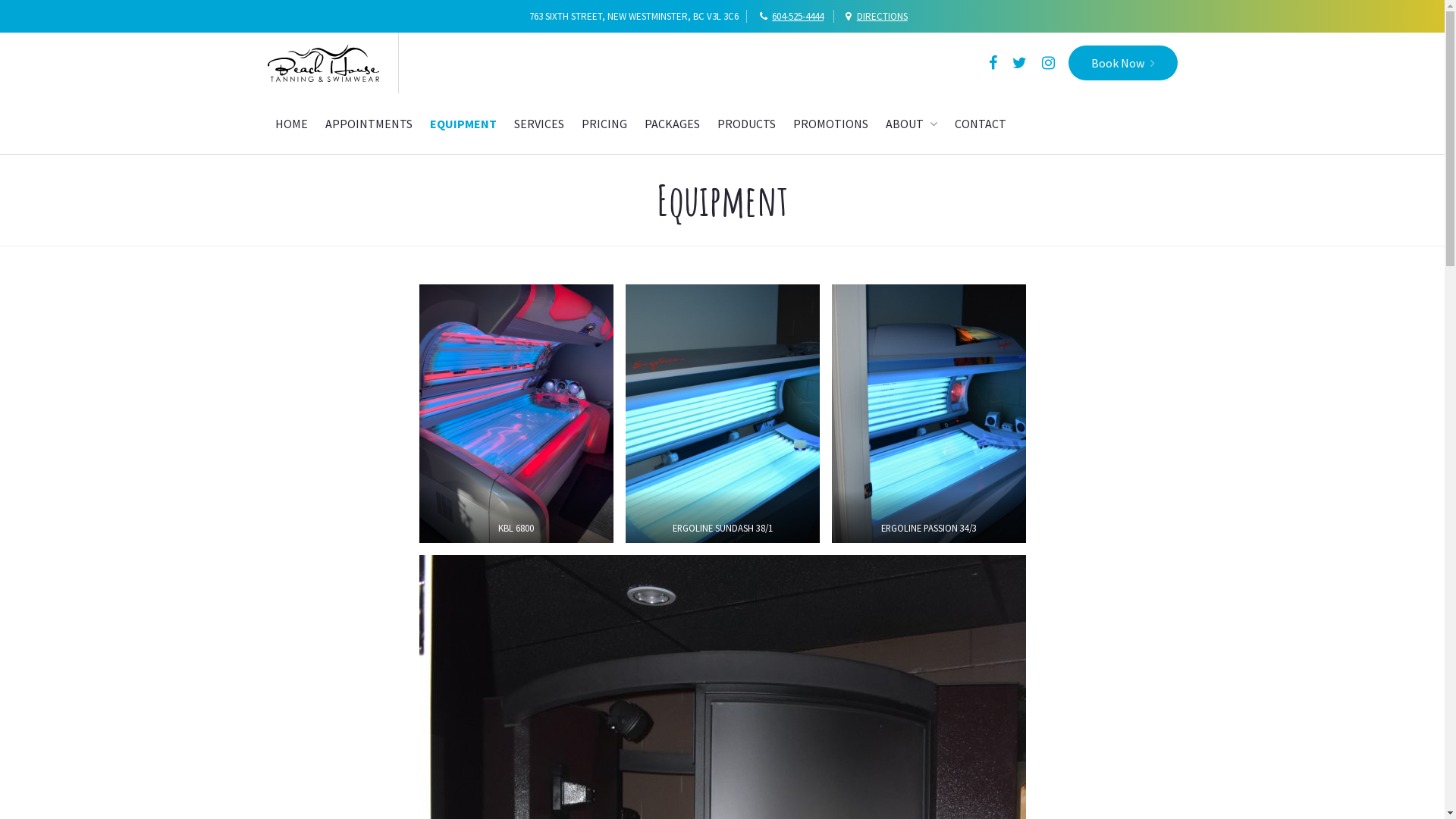 The height and width of the screenshot is (819, 1456). What do you see at coordinates (856, 16) in the screenshot?
I see `'DIRECTIONS'` at bounding box center [856, 16].